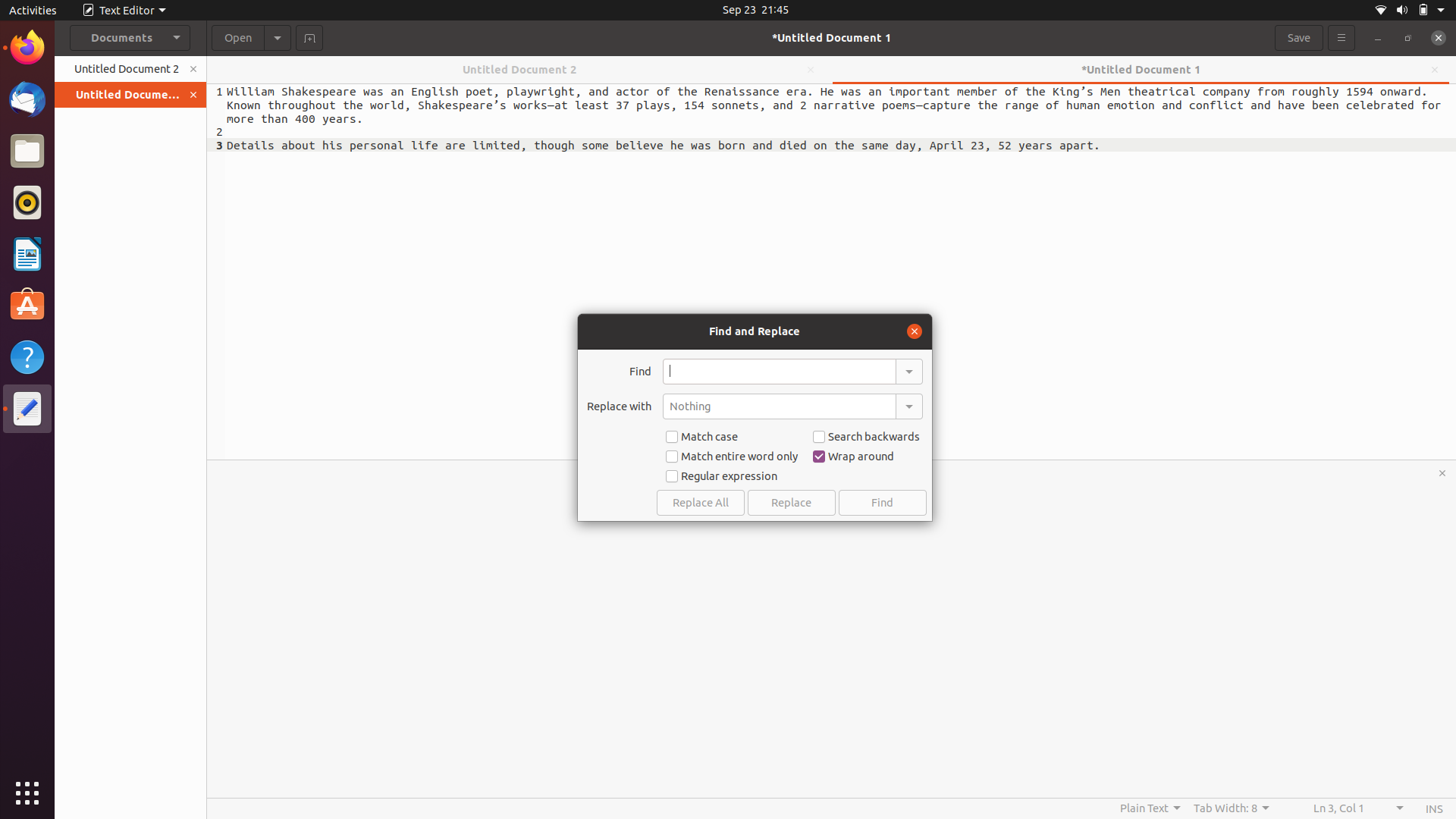 The width and height of the screenshot is (1456, 819). Describe the element at coordinates (779, 371) in the screenshot. I see `Search for anywords that begin with "an" in this file` at that location.